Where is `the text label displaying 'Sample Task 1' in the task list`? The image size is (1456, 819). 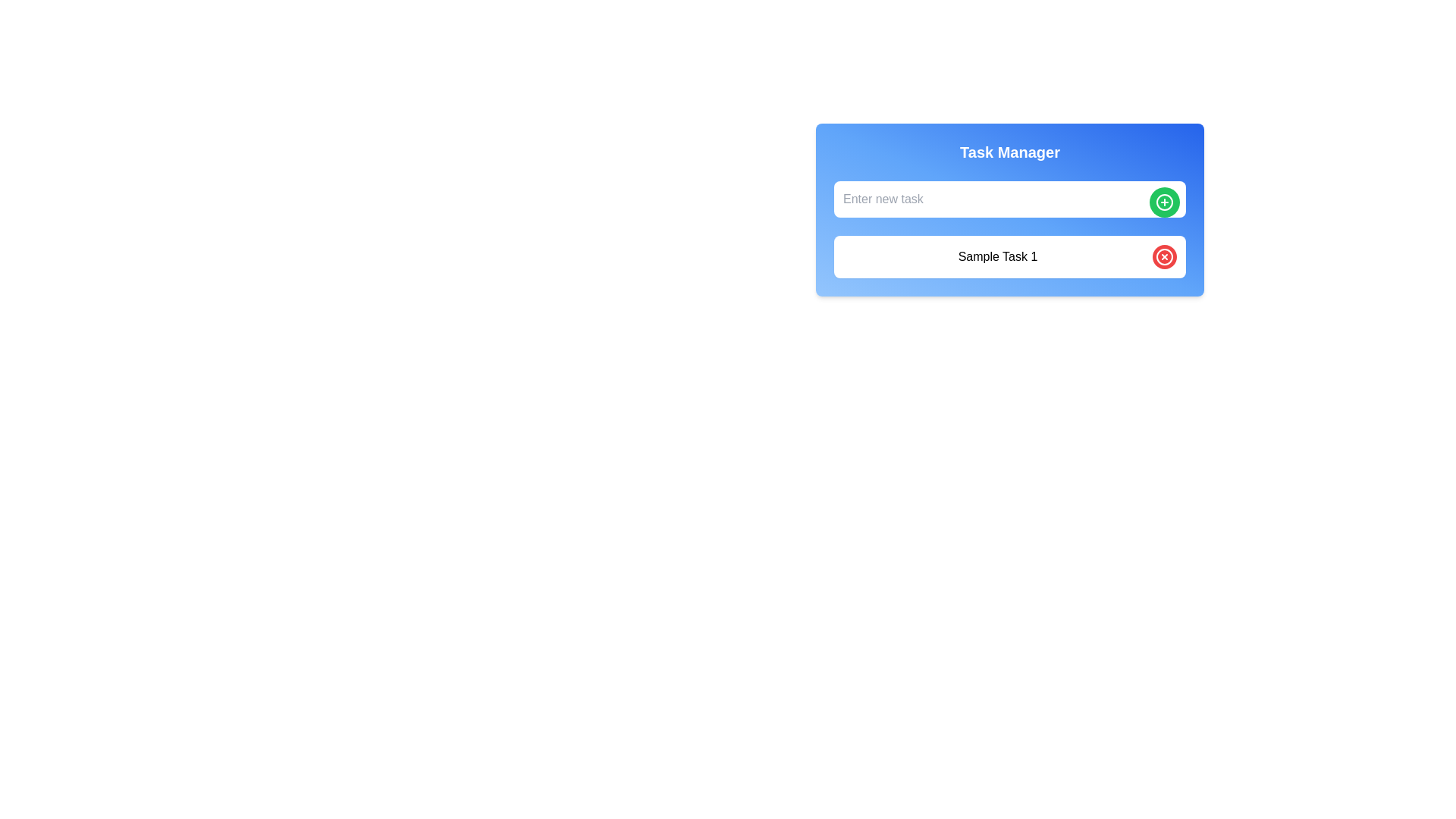 the text label displaying 'Sample Task 1' in the task list is located at coordinates (997, 256).